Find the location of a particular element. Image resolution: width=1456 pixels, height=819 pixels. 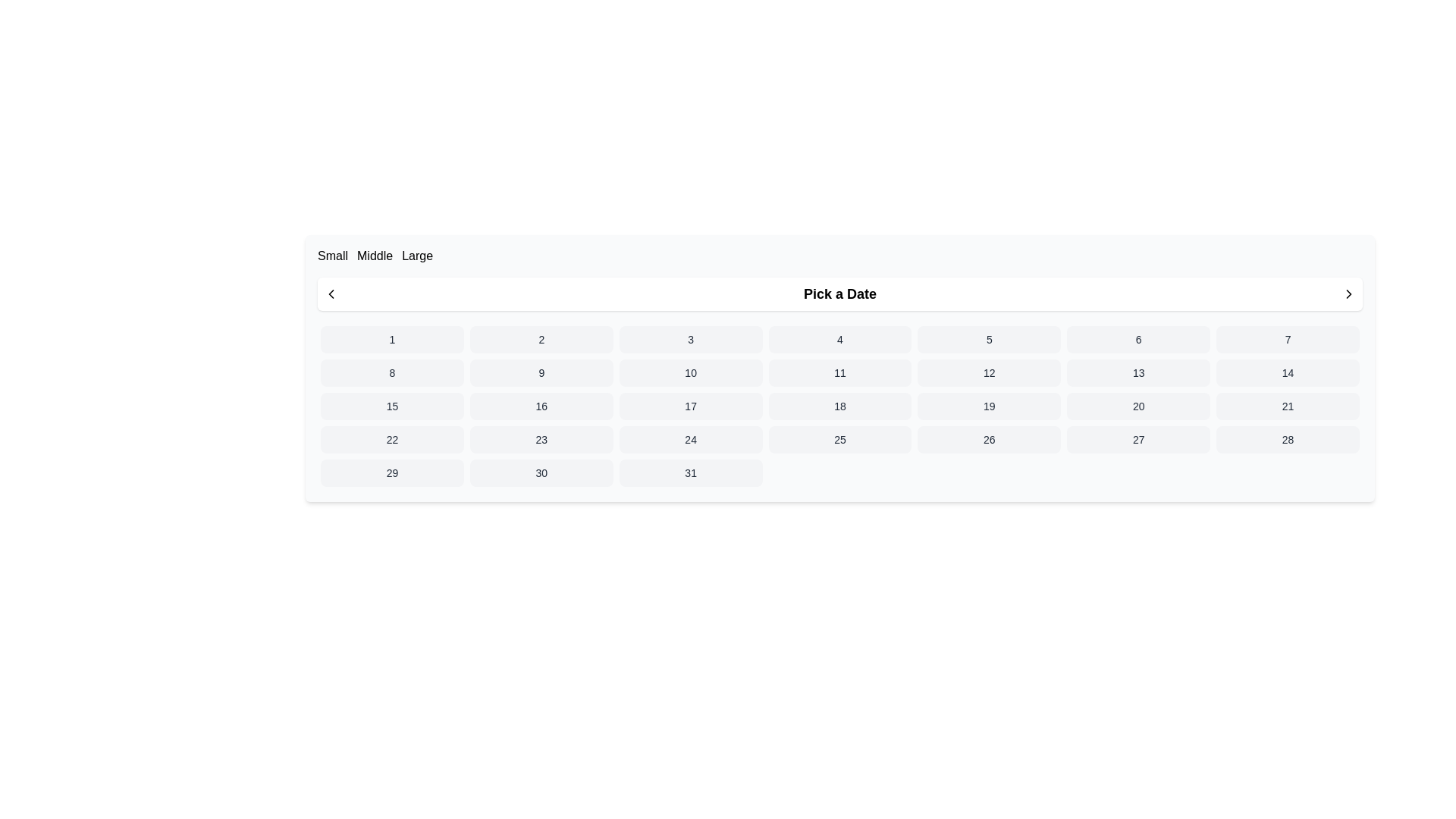

the rectangular button labeled '6' in the calendar layout is located at coordinates (1138, 338).